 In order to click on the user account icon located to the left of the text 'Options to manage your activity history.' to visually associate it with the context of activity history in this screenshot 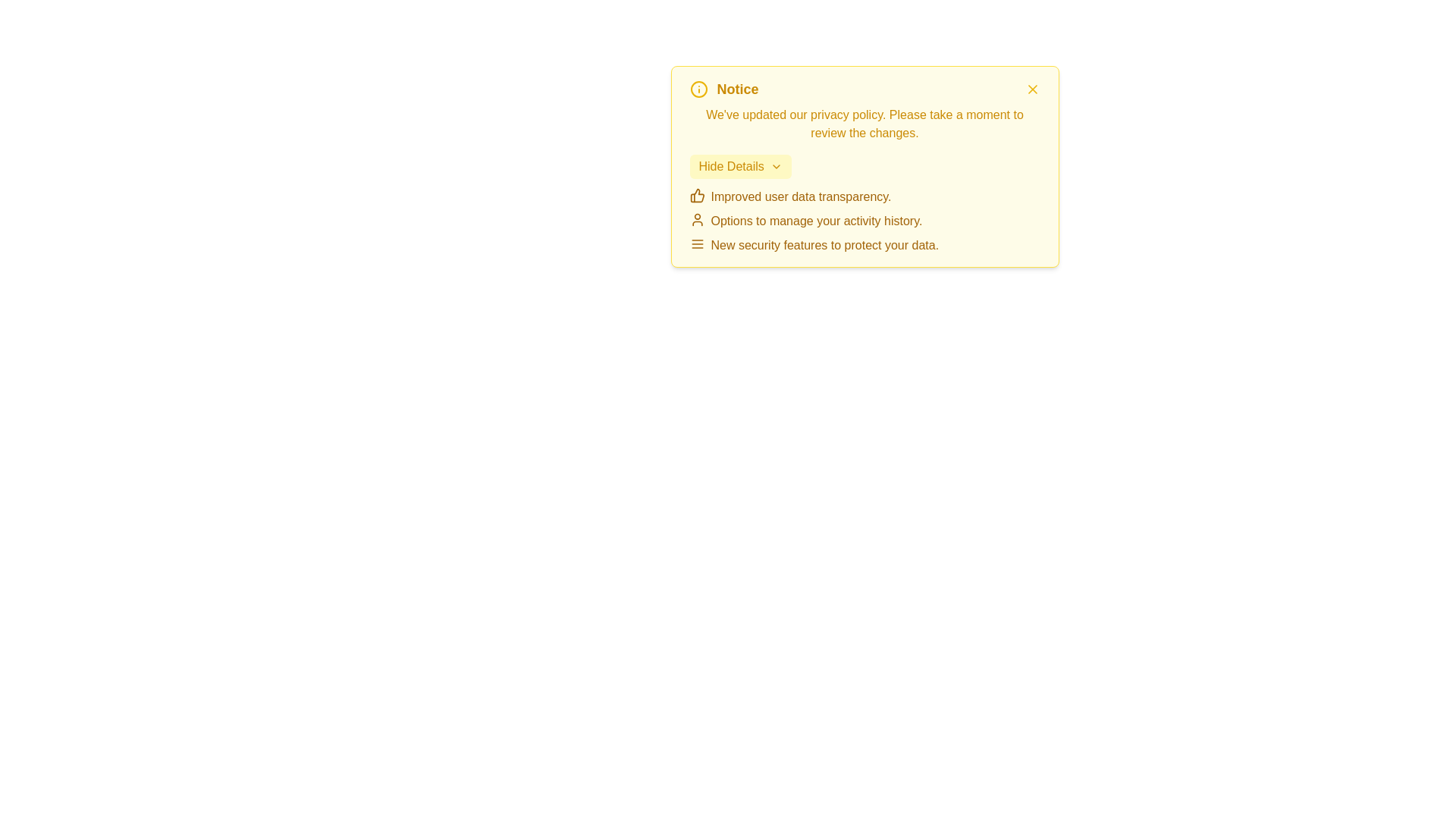, I will do `click(696, 219)`.